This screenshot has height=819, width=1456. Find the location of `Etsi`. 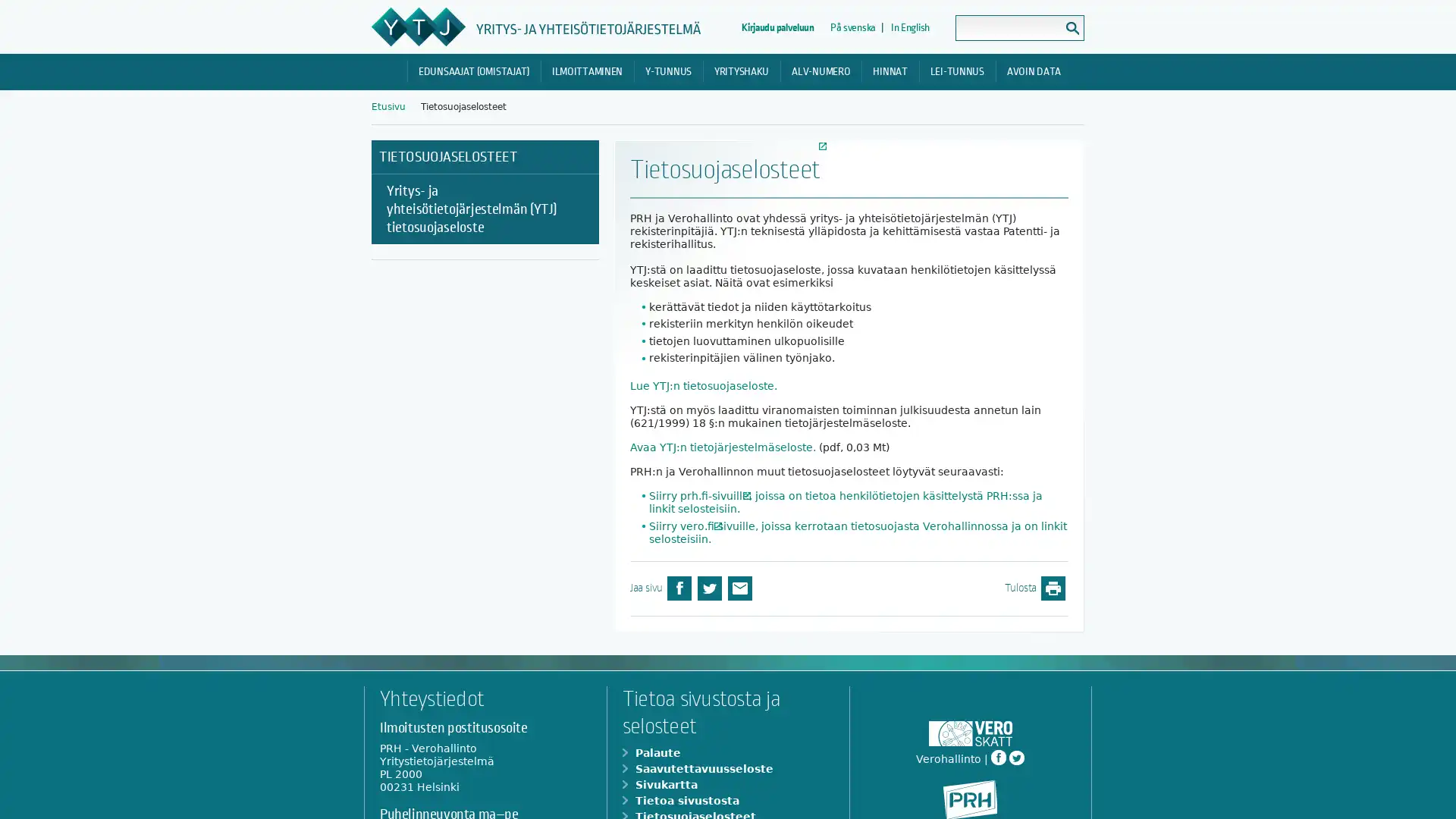

Etsi is located at coordinates (1072, 28).